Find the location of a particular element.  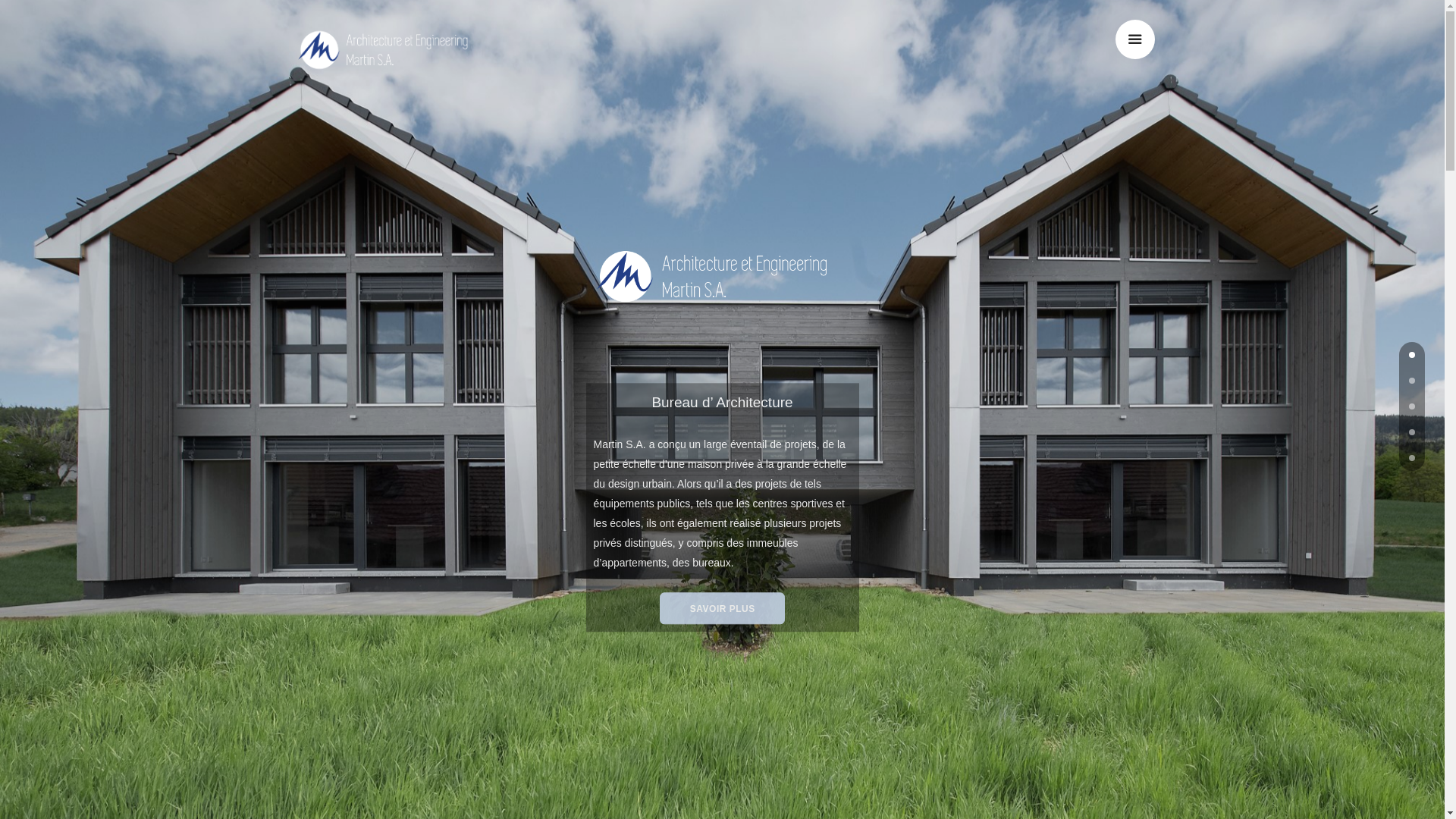

'SAVOIR PLUS' is located at coordinates (721, 607).